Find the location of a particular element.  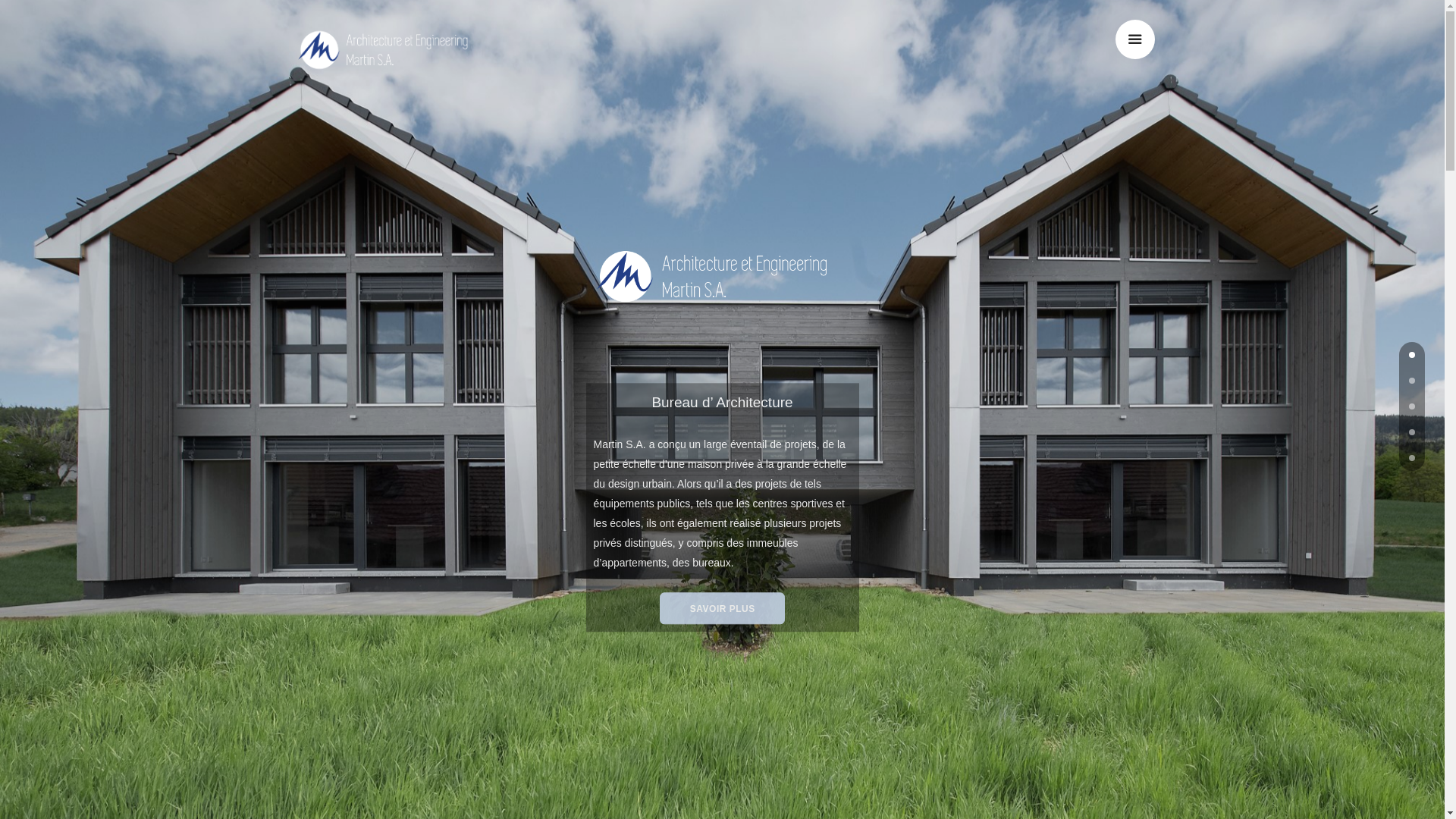

'SAVOIR PLUS' is located at coordinates (721, 607).